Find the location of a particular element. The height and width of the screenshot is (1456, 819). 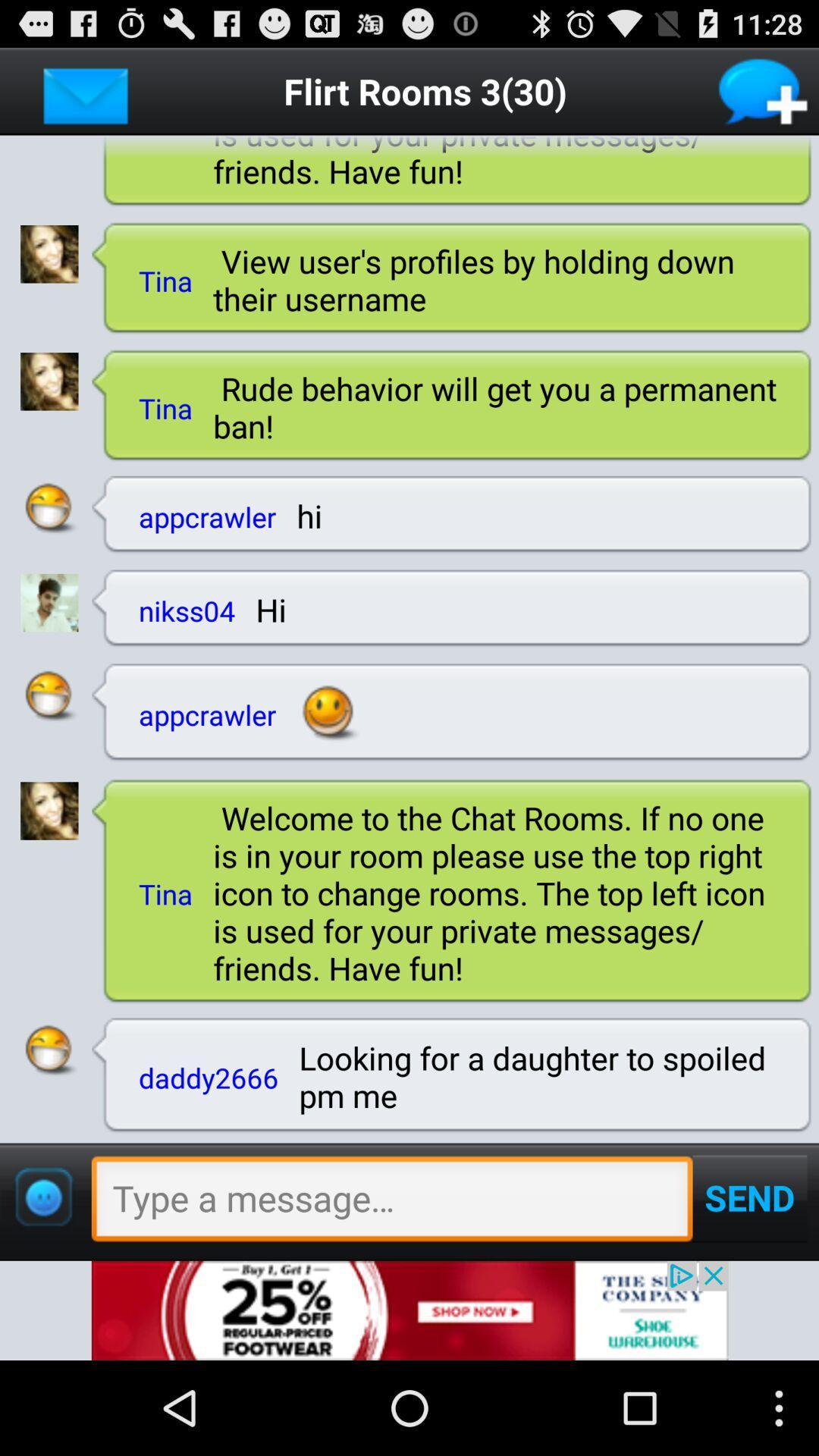

new conversation is located at coordinates (764, 90).